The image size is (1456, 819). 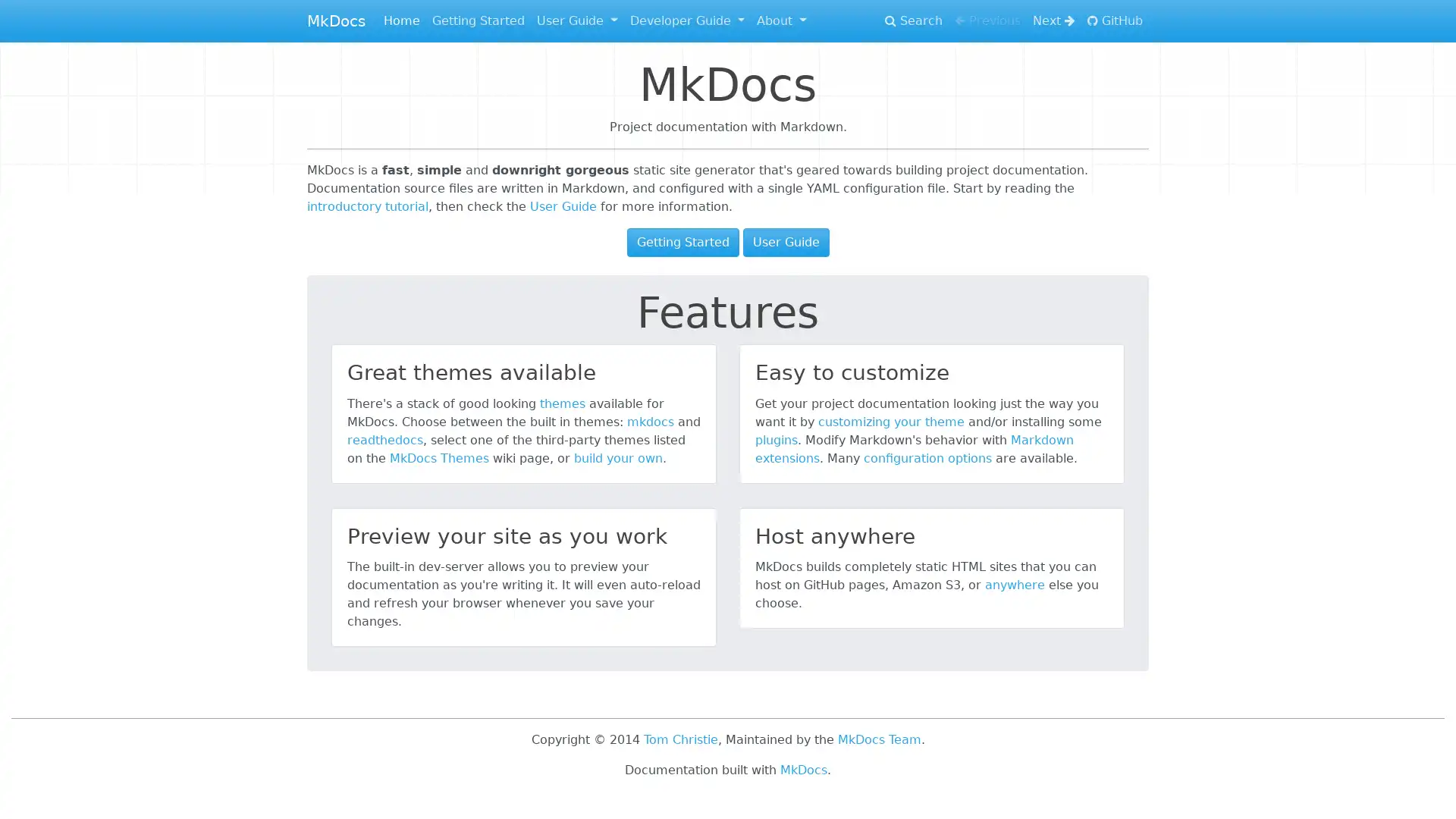 What do you see at coordinates (786, 242) in the screenshot?
I see `User Guide` at bounding box center [786, 242].